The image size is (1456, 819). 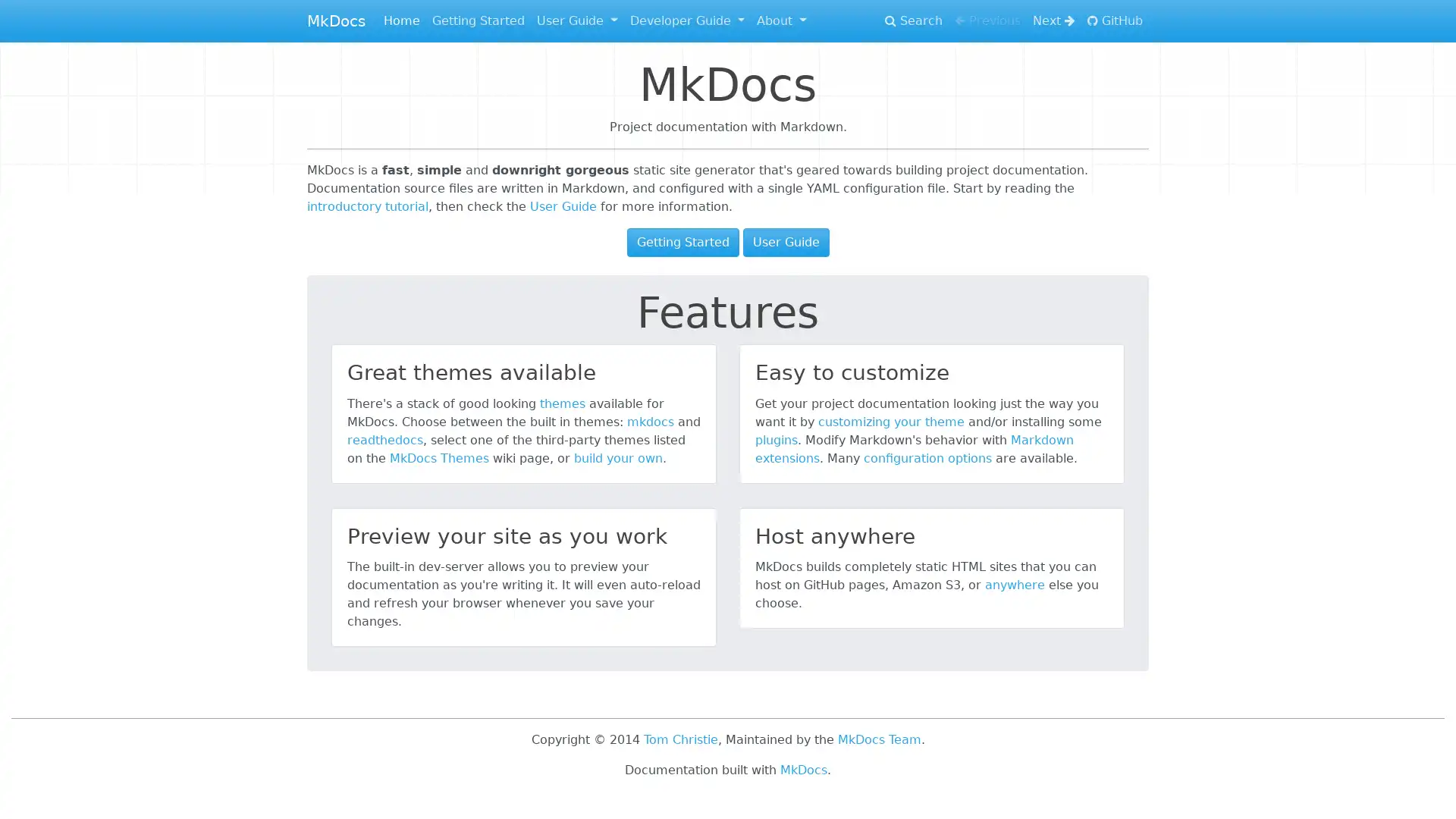 What do you see at coordinates (786, 242) in the screenshot?
I see `User Guide` at bounding box center [786, 242].